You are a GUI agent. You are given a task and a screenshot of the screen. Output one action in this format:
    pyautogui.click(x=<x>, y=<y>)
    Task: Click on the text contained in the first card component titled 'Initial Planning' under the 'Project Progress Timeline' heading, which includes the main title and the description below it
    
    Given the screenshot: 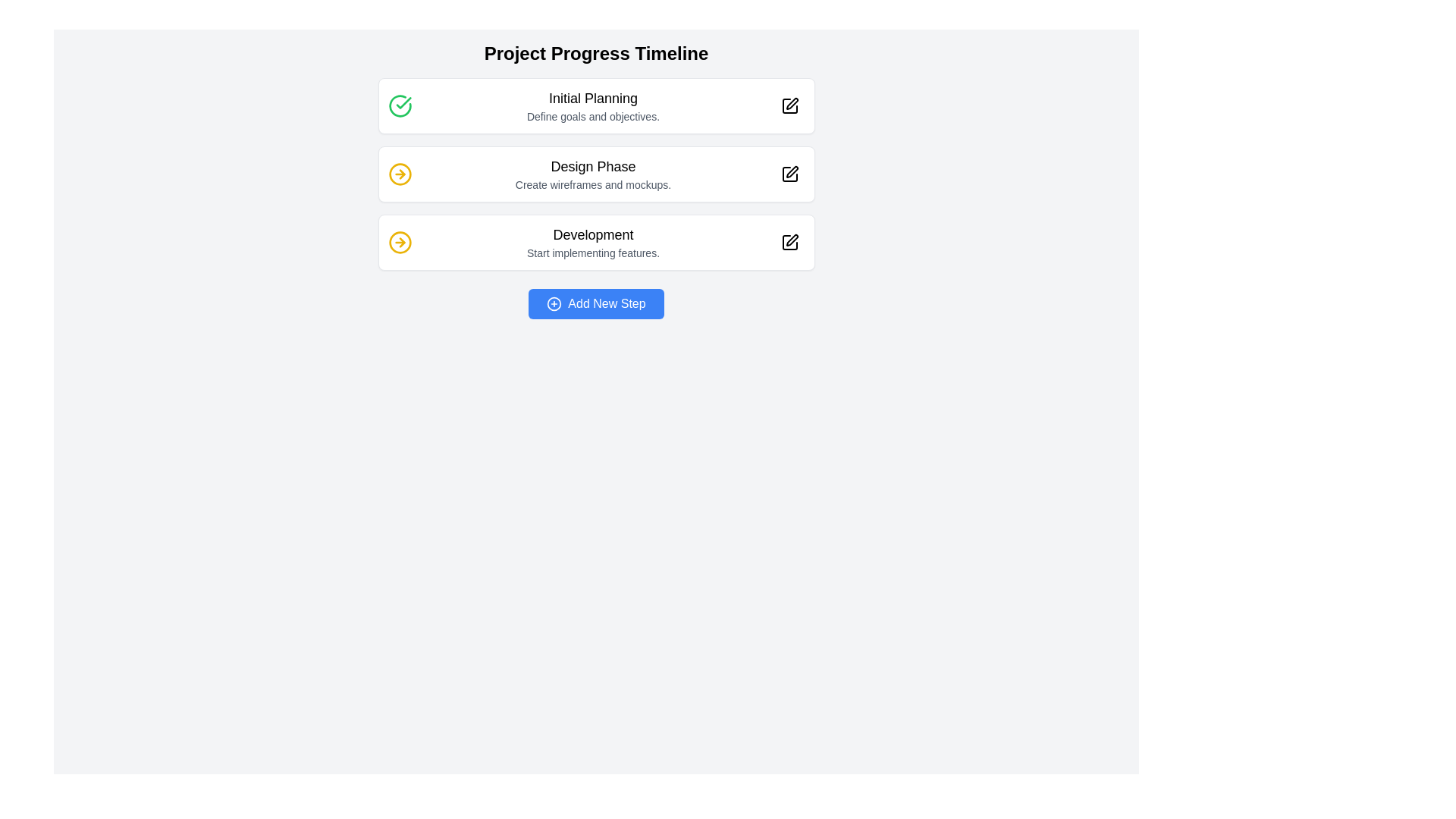 What is the action you would take?
    pyautogui.click(x=595, y=105)
    